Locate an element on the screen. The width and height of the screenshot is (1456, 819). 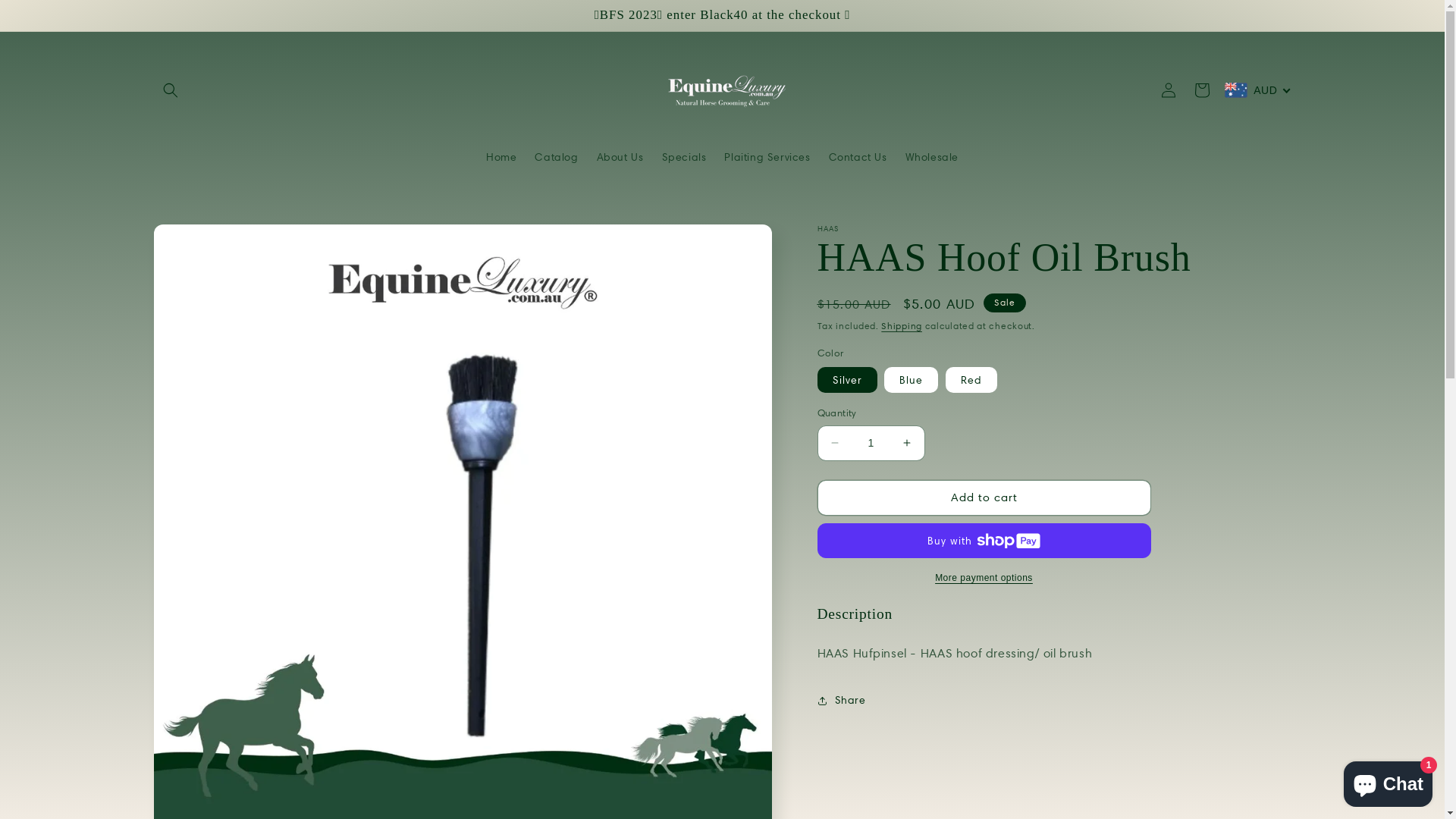
'Log in' is located at coordinates (1167, 90).